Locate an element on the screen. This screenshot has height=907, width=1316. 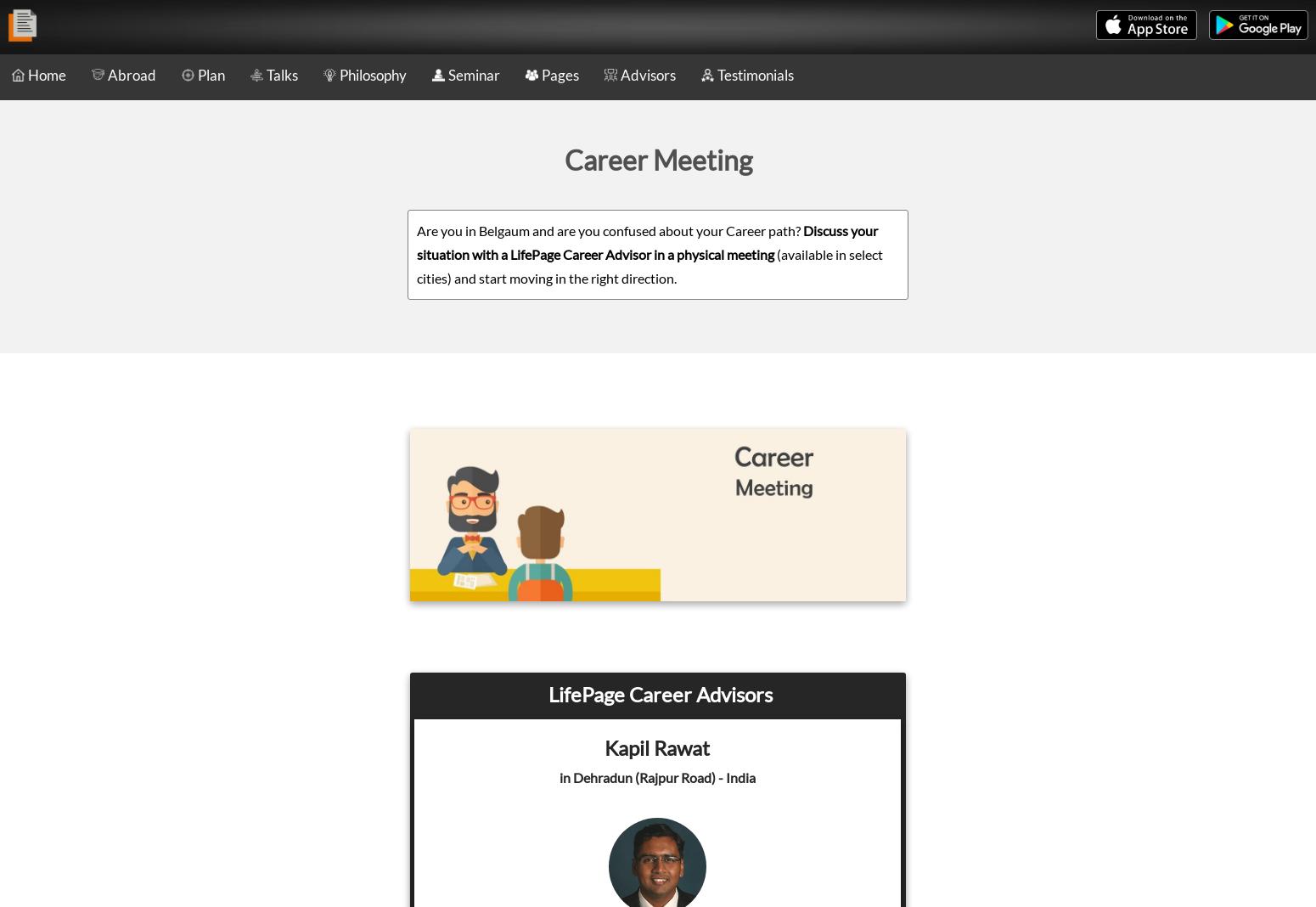
'Abroad' is located at coordinates (132, 74).